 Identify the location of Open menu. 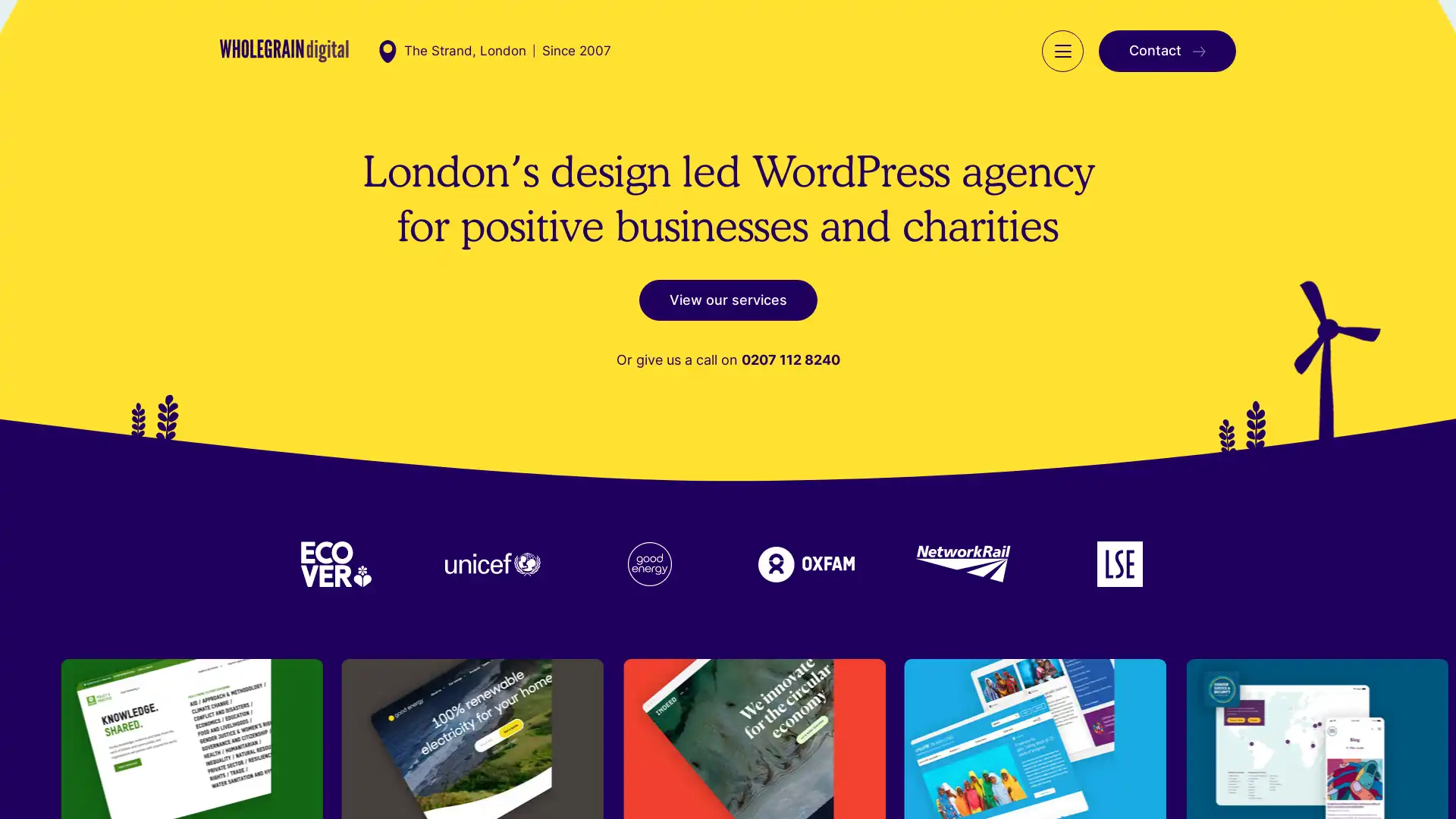
(1062, 50).